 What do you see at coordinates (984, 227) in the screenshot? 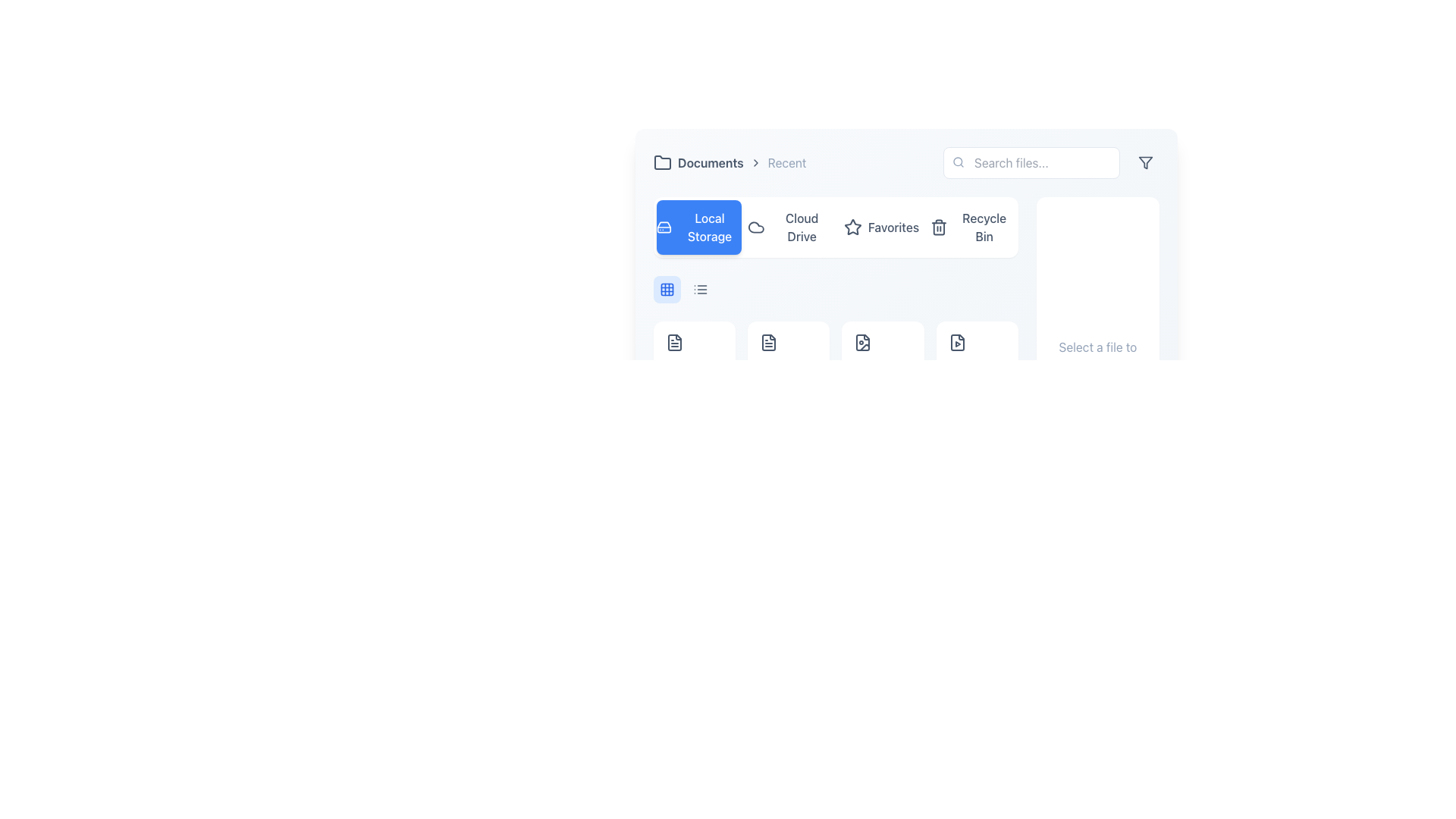
I see `the 'Recycle Bin' text label in the navigation bar` at bounding box center [984, 227].